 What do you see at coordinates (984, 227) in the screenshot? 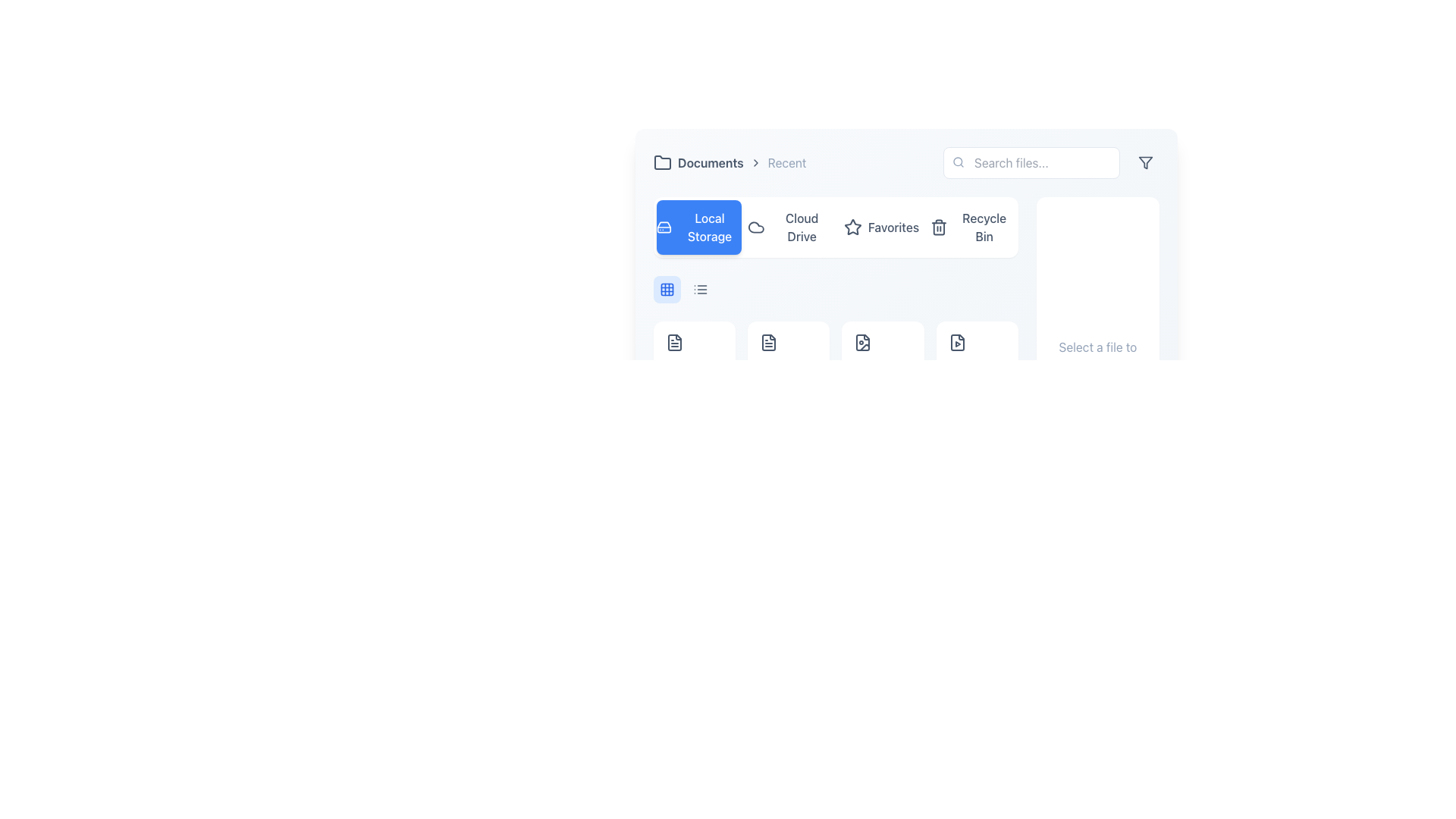
I see `the 'Recycle Bin' text label in the navigation bar` at bounding box center [984, 227].